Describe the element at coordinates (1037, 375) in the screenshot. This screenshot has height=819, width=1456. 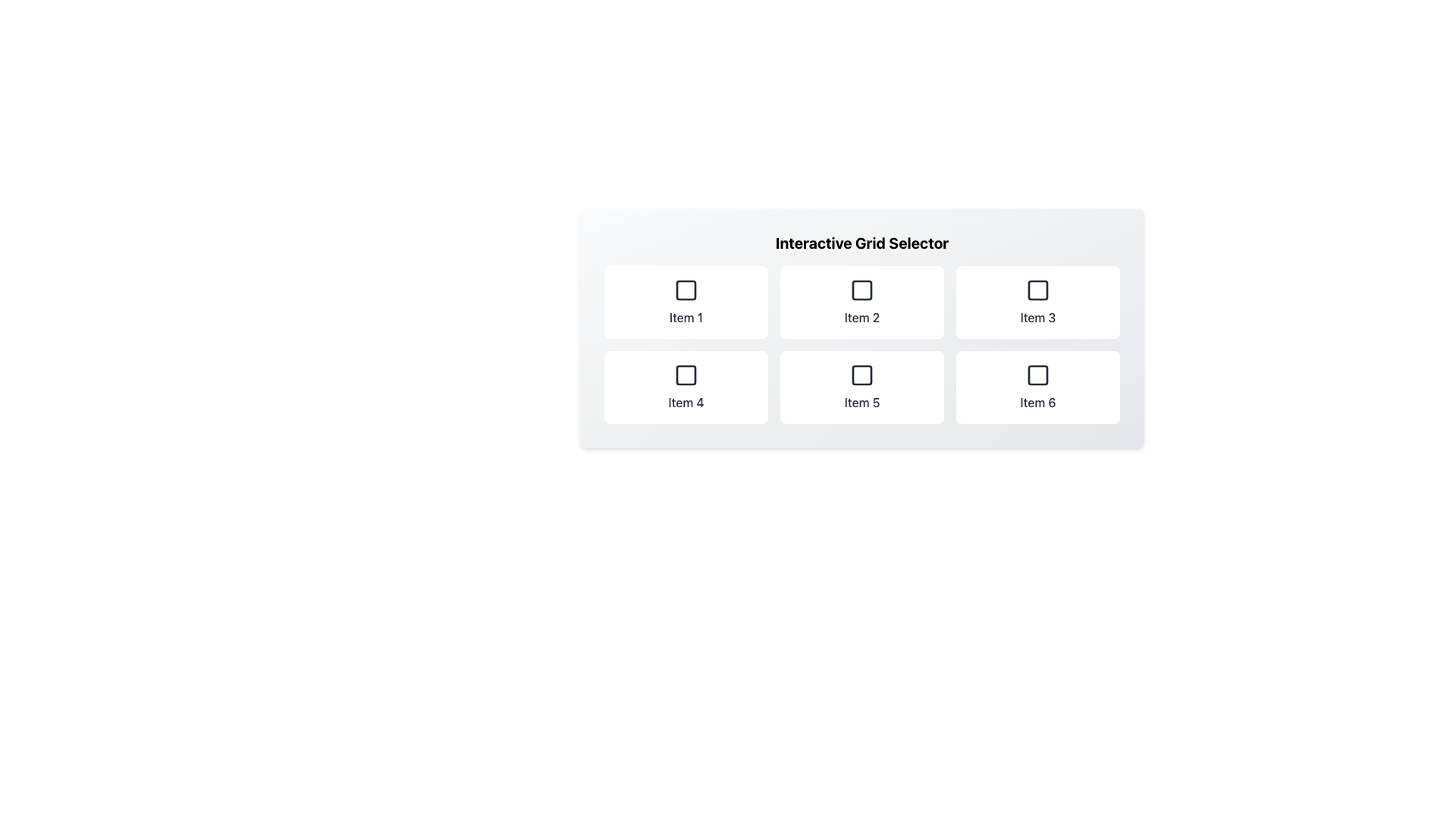
I see `the small, square-shaped UI component with rounded corners located centrally within the 'Item 6' box in the Interactive Grid Selector` at that location.